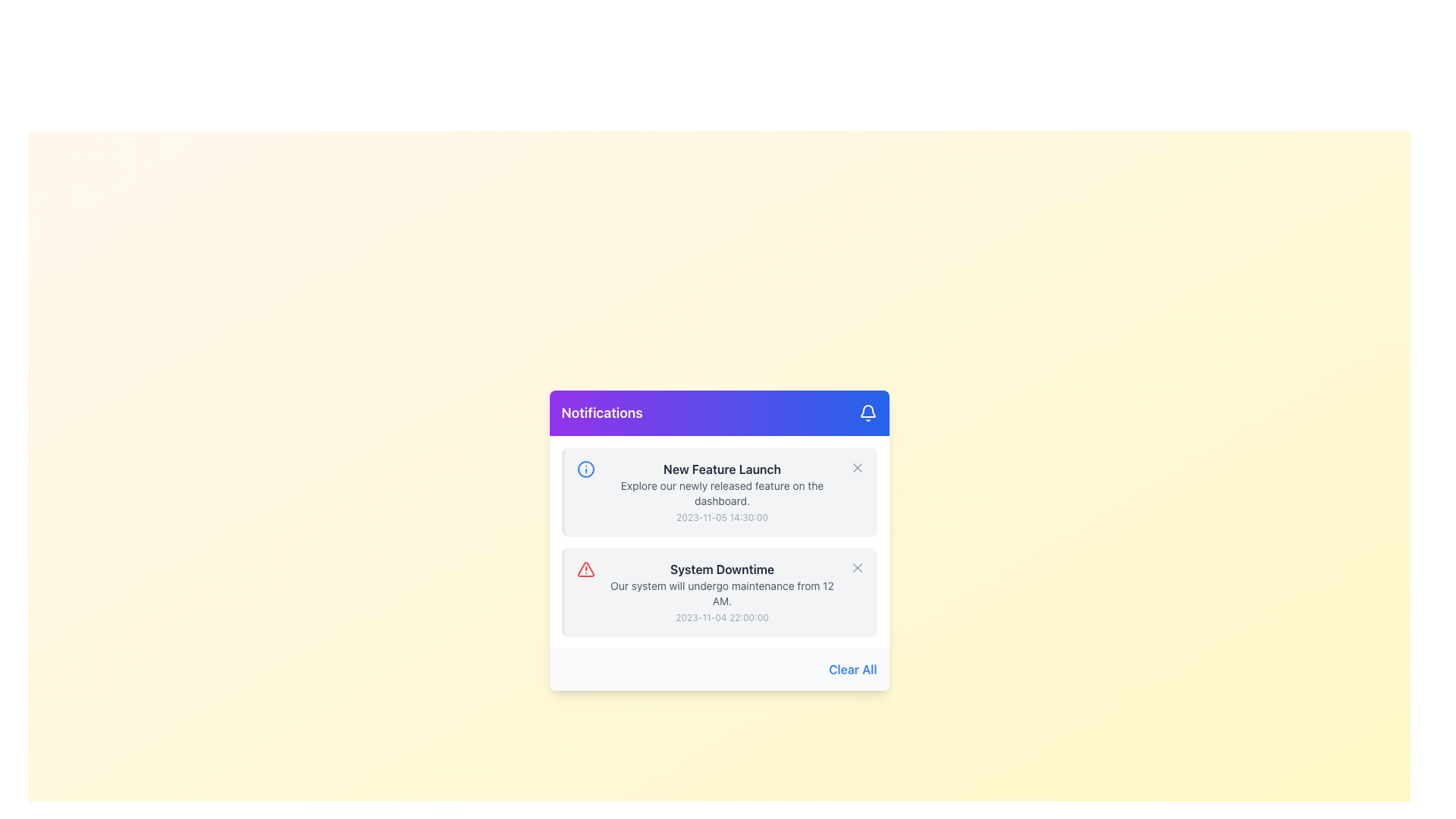 Image resolution: width=1456 pixels, height=819 pixels. Describe the element at coordinates (585, 468) in the screenshot. I see `the circular icon with a blue outline containing an information symbol, located at the top-left corner of the notification card for 'New Feature Launch'` at that location.